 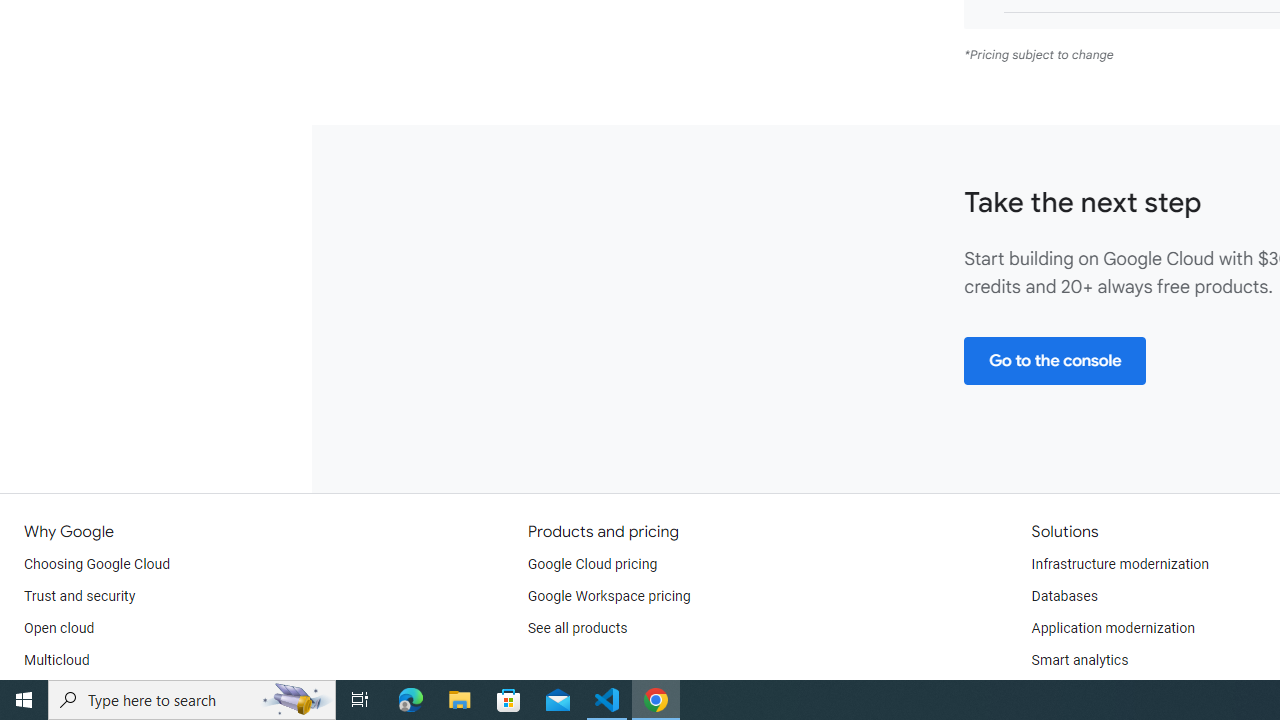 What do you see at coordinates (56, 660) in the screenshot?
I see `'Multicloud'` at bounding box center [56, 660].